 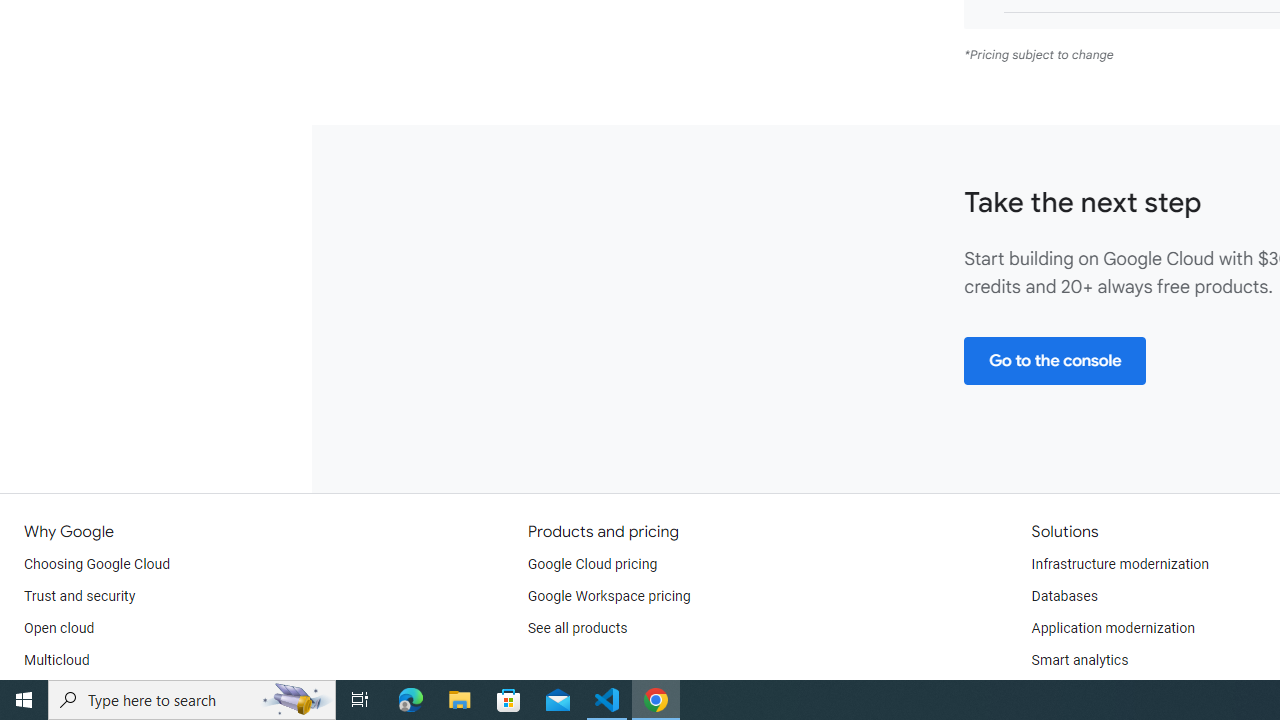 What do you see at coordinates (56, 660) in the screenshot?
I see `'Multicloud'` at bounding box center [56, 660].